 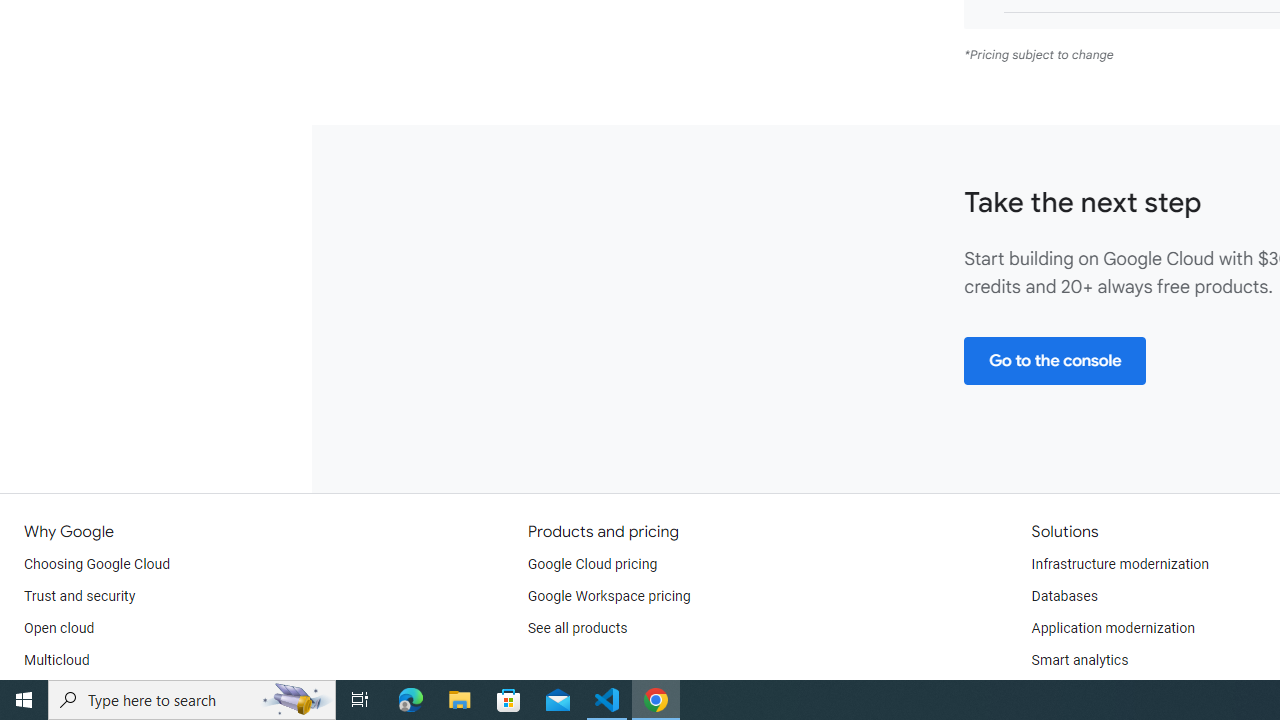 What do you see at coordinates (56, 660) in the screenshot?
I see `'Multicloud'` at bounding box center [56, 660].